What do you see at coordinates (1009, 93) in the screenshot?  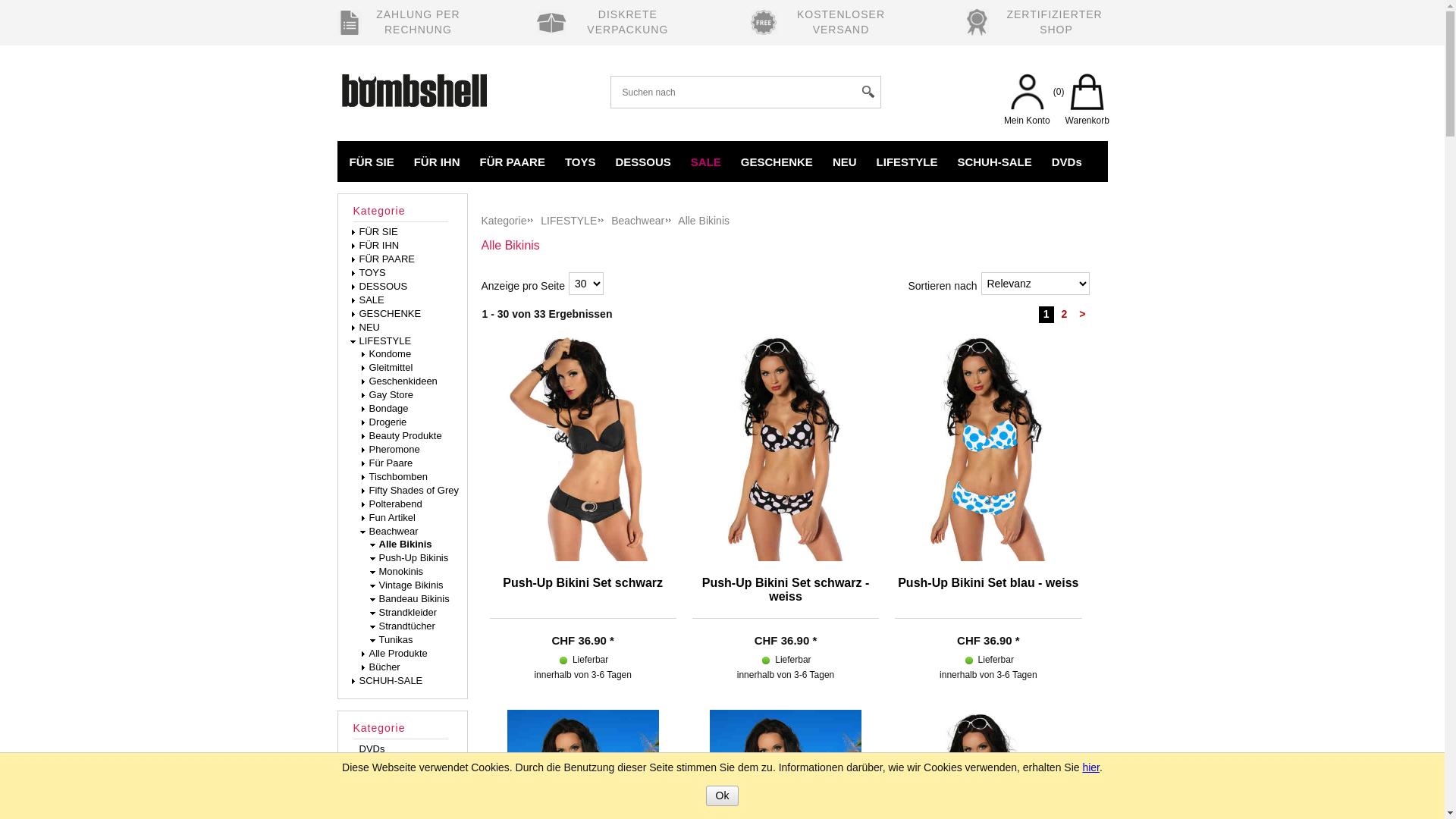 I see `'Mein Konto'` at bounding box center [1009, 93].